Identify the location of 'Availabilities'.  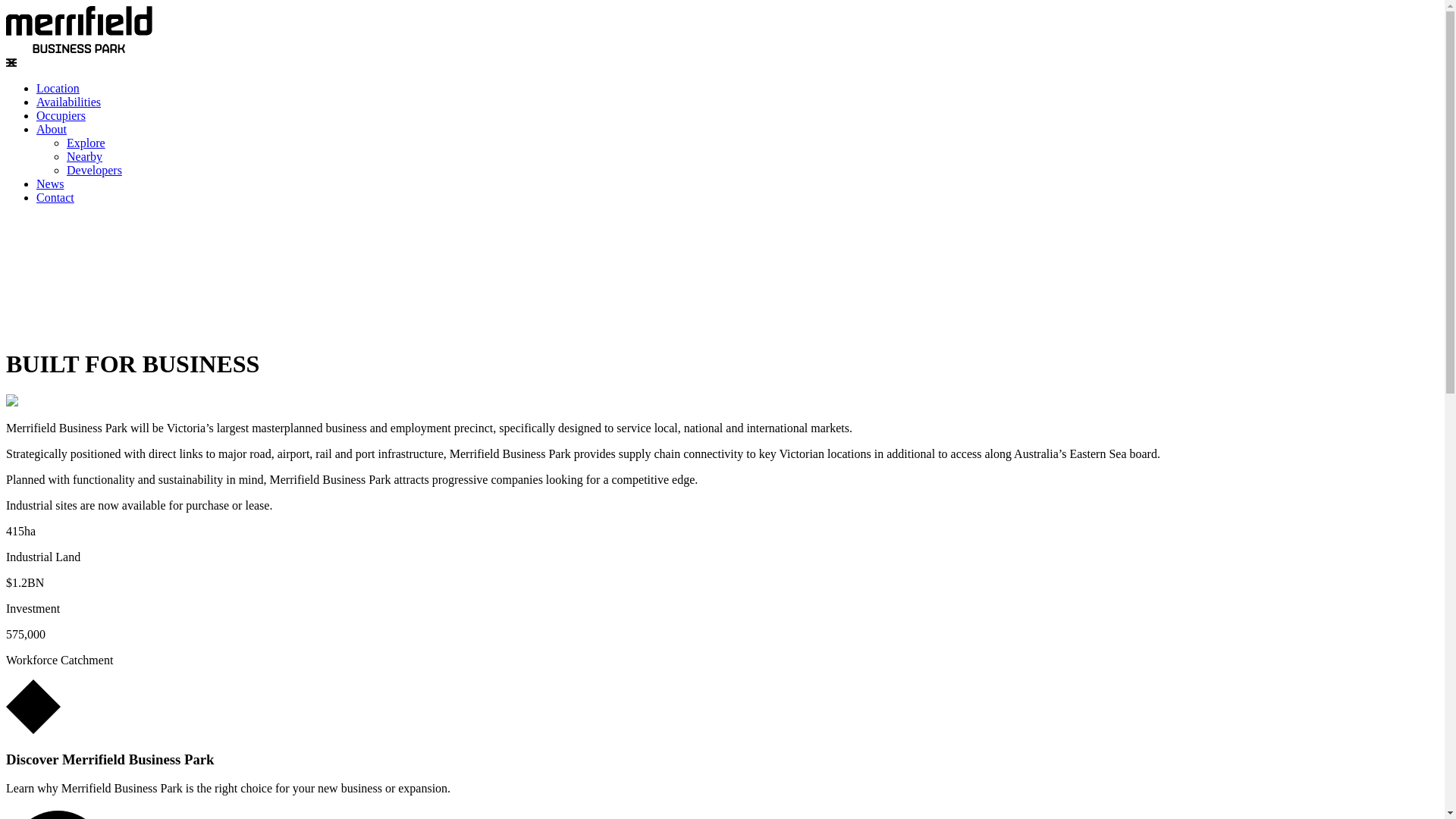
(67, 102).